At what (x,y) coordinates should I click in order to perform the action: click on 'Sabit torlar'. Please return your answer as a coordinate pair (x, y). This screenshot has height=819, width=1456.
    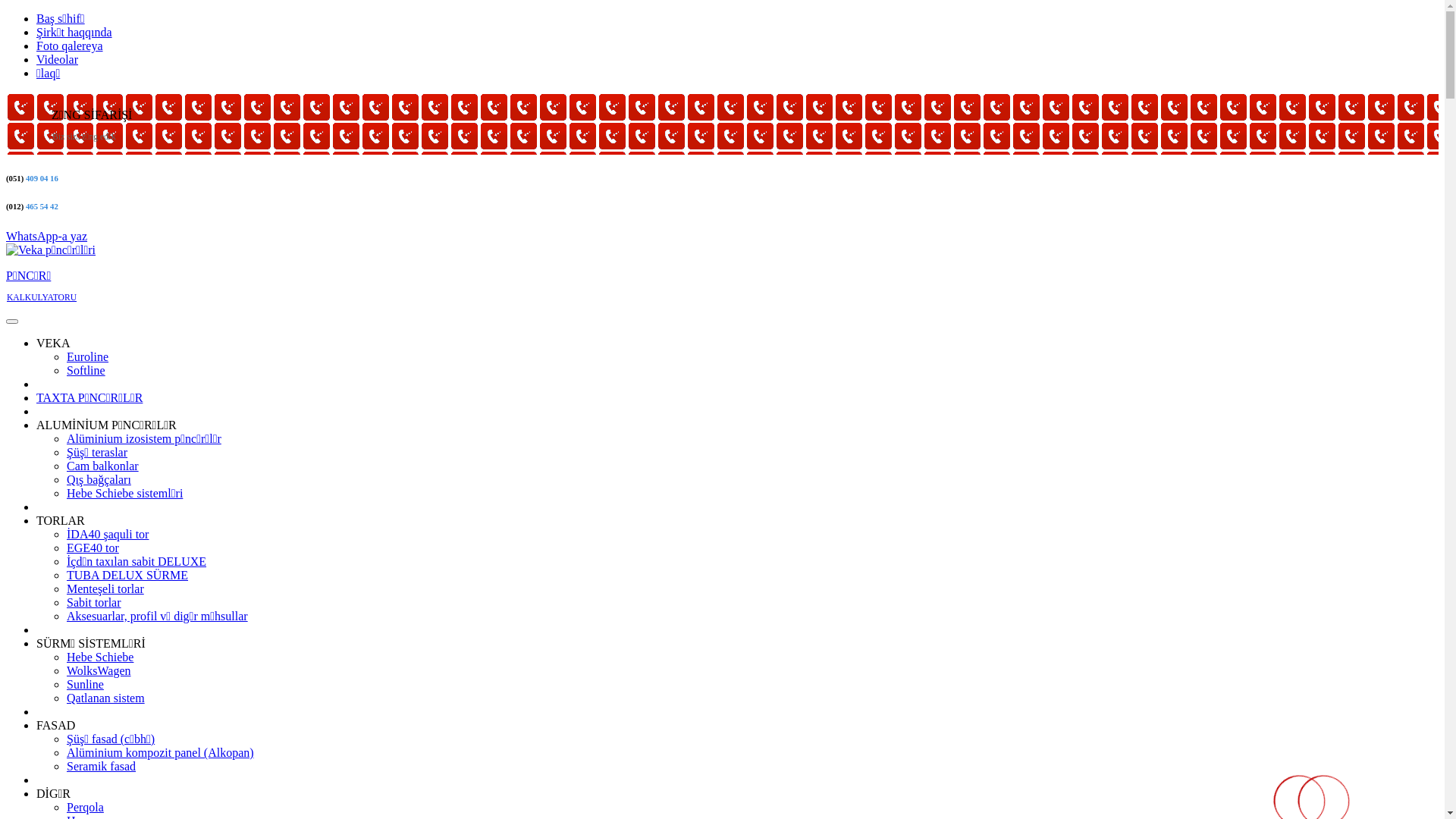
    Looking at the image, I should click on (93, 601).